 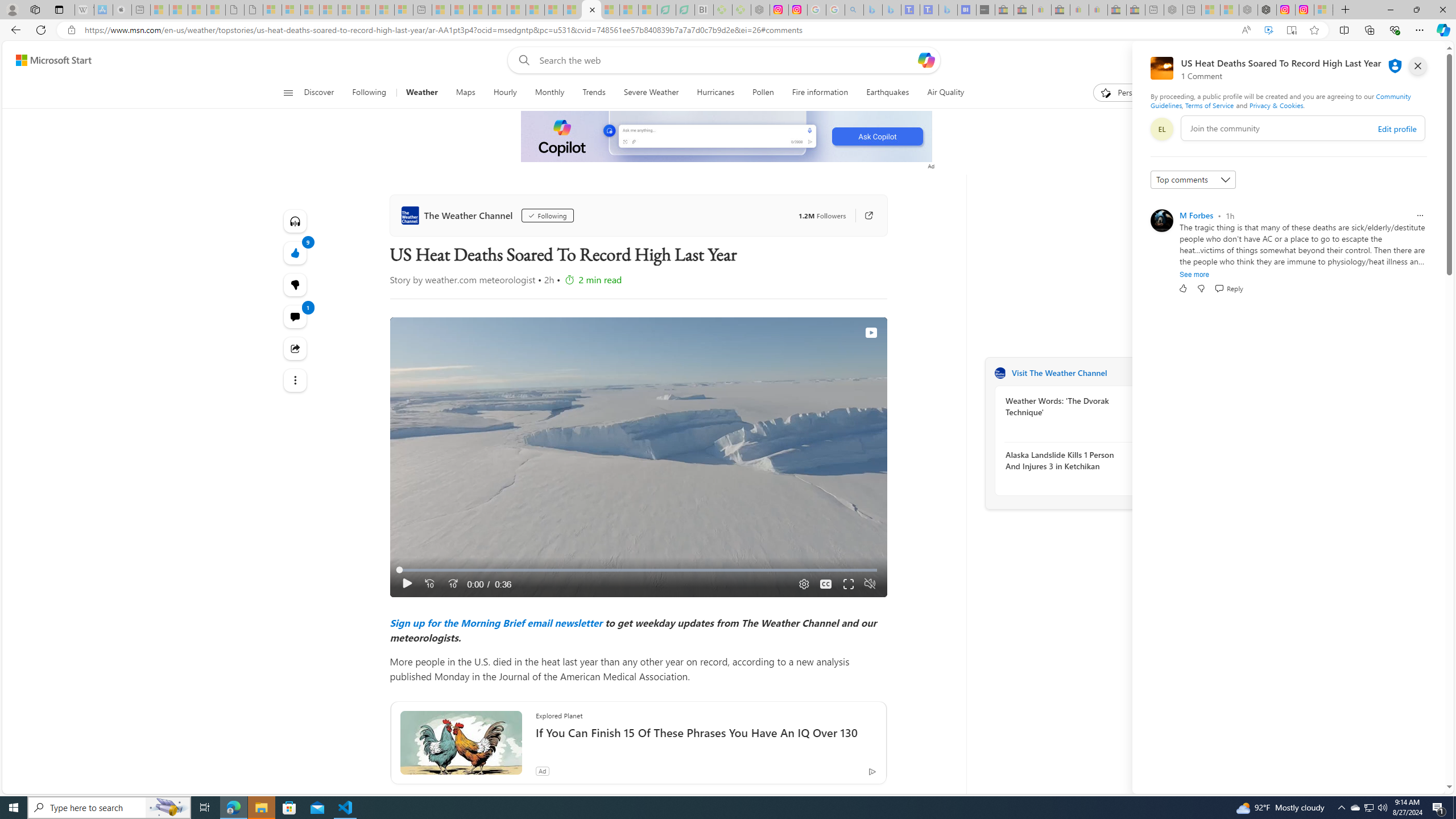 What do you see at coordinates (459, 9) in the screenshot?
I see `'Marine life - MSN - Sleeping'` at bounding box center [459, 9].